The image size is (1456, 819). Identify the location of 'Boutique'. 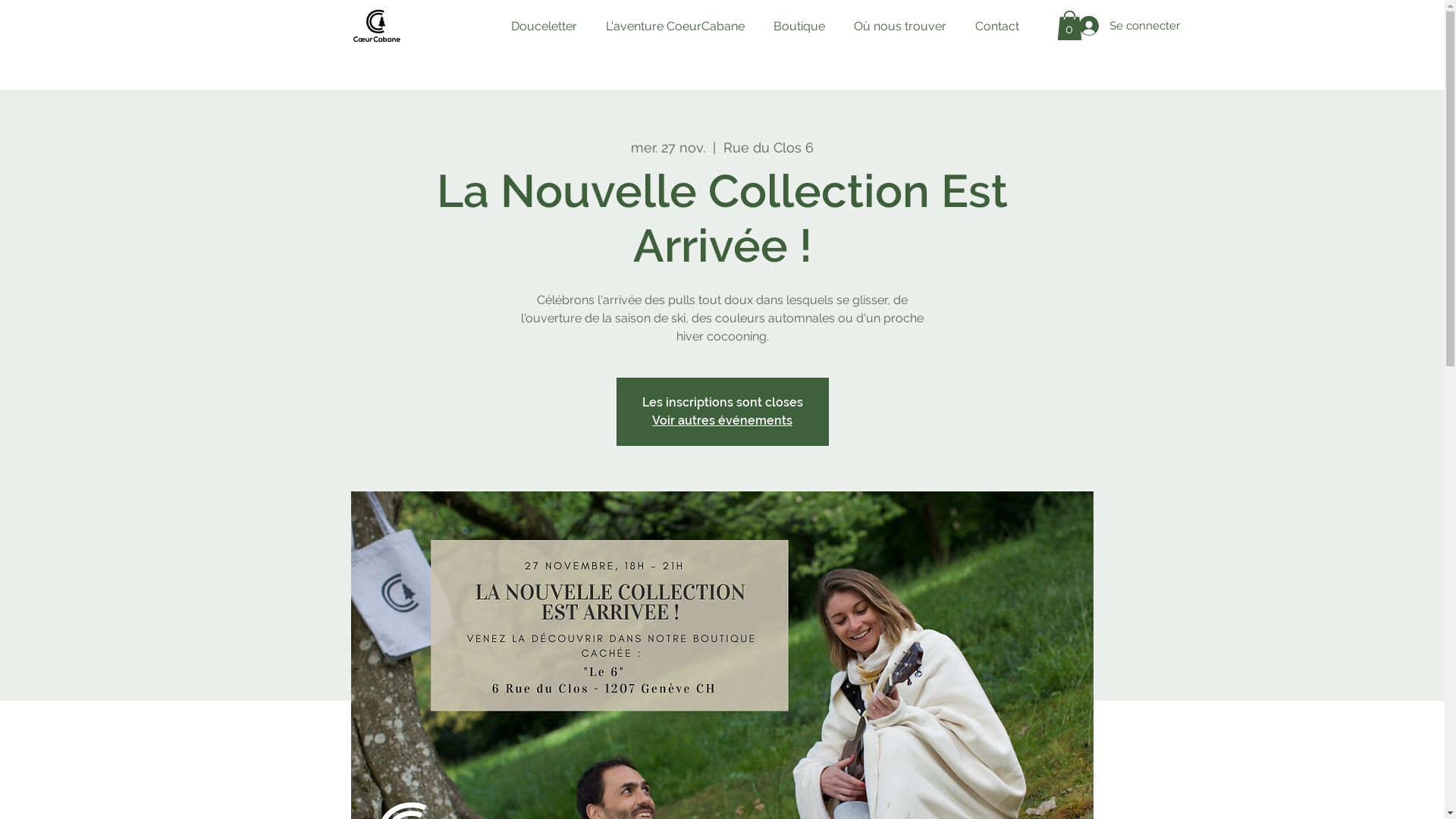
(797, 26).